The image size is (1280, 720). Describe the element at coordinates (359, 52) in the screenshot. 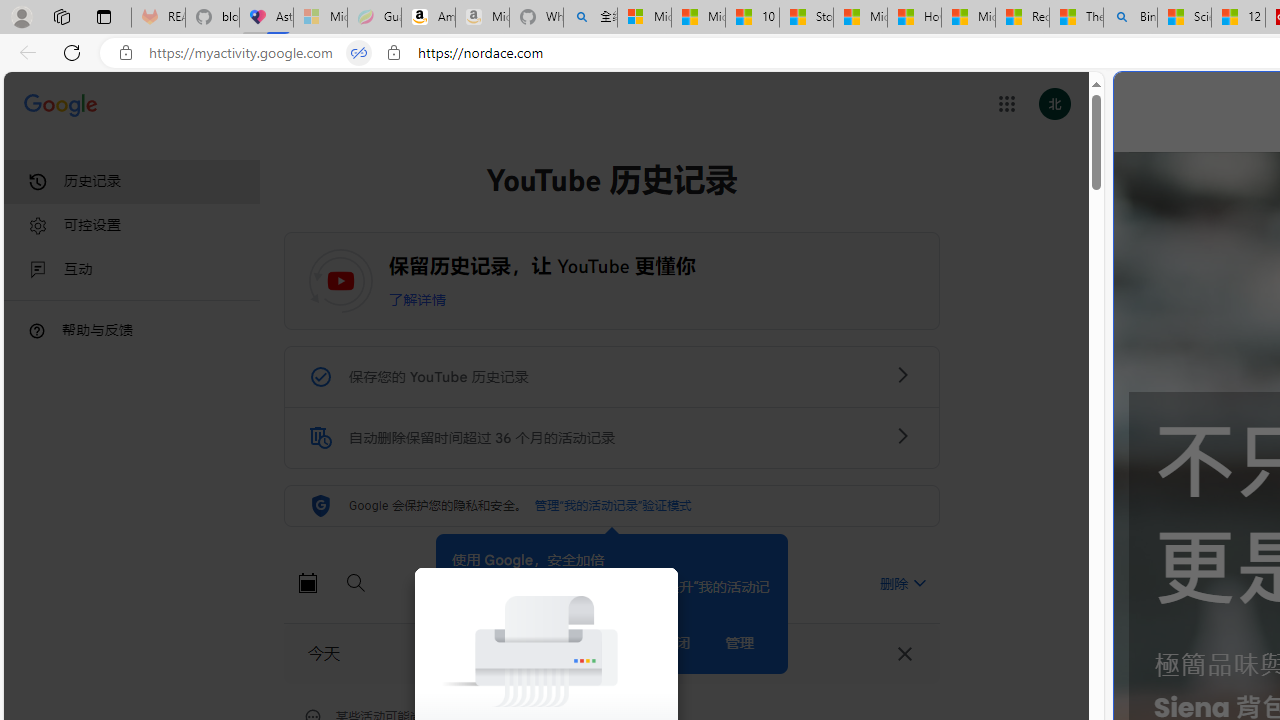

I see `'Tabs in split screen'` at that location.